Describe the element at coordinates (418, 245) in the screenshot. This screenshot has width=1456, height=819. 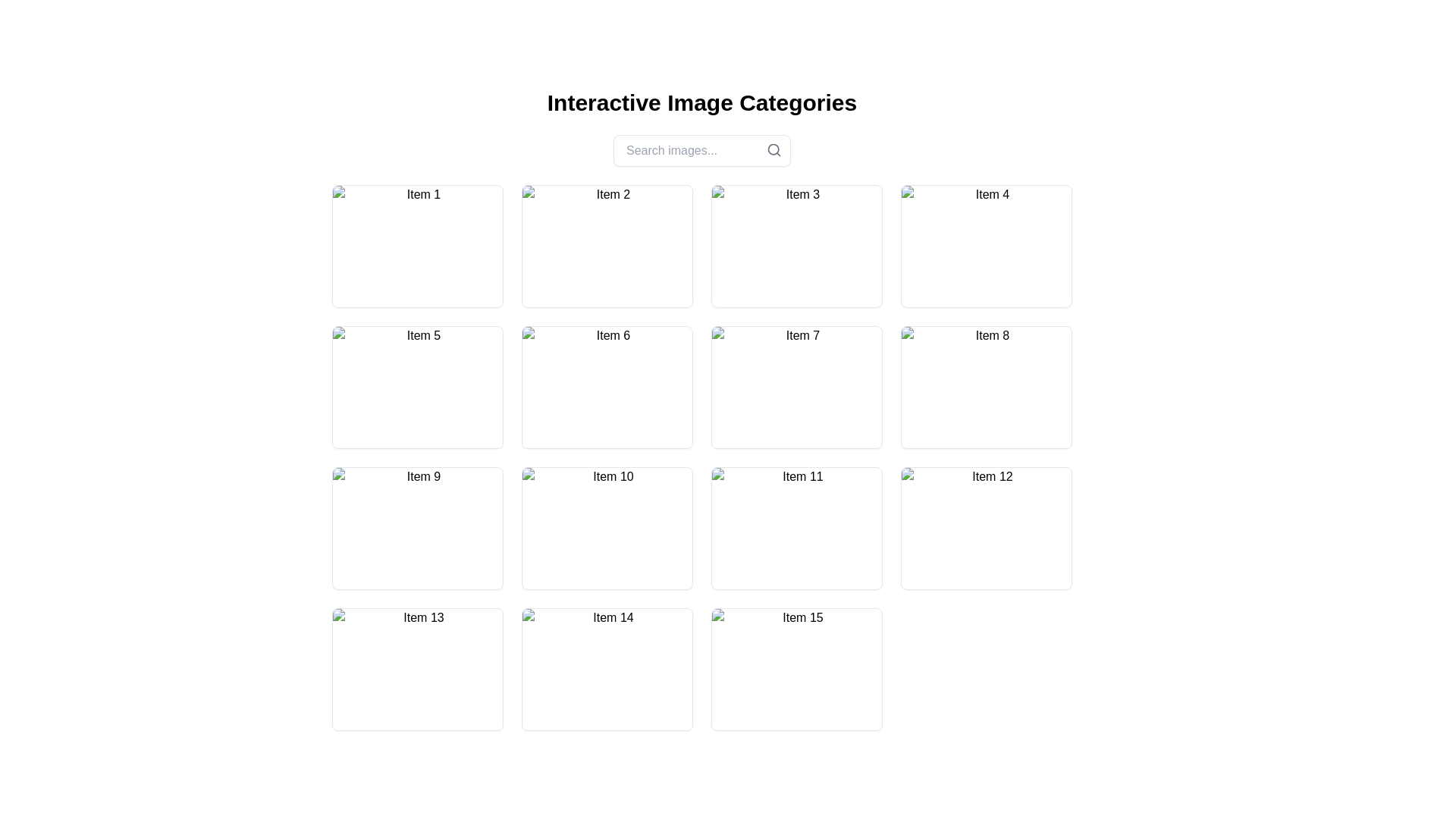
I see `the first interactive card` at that location.